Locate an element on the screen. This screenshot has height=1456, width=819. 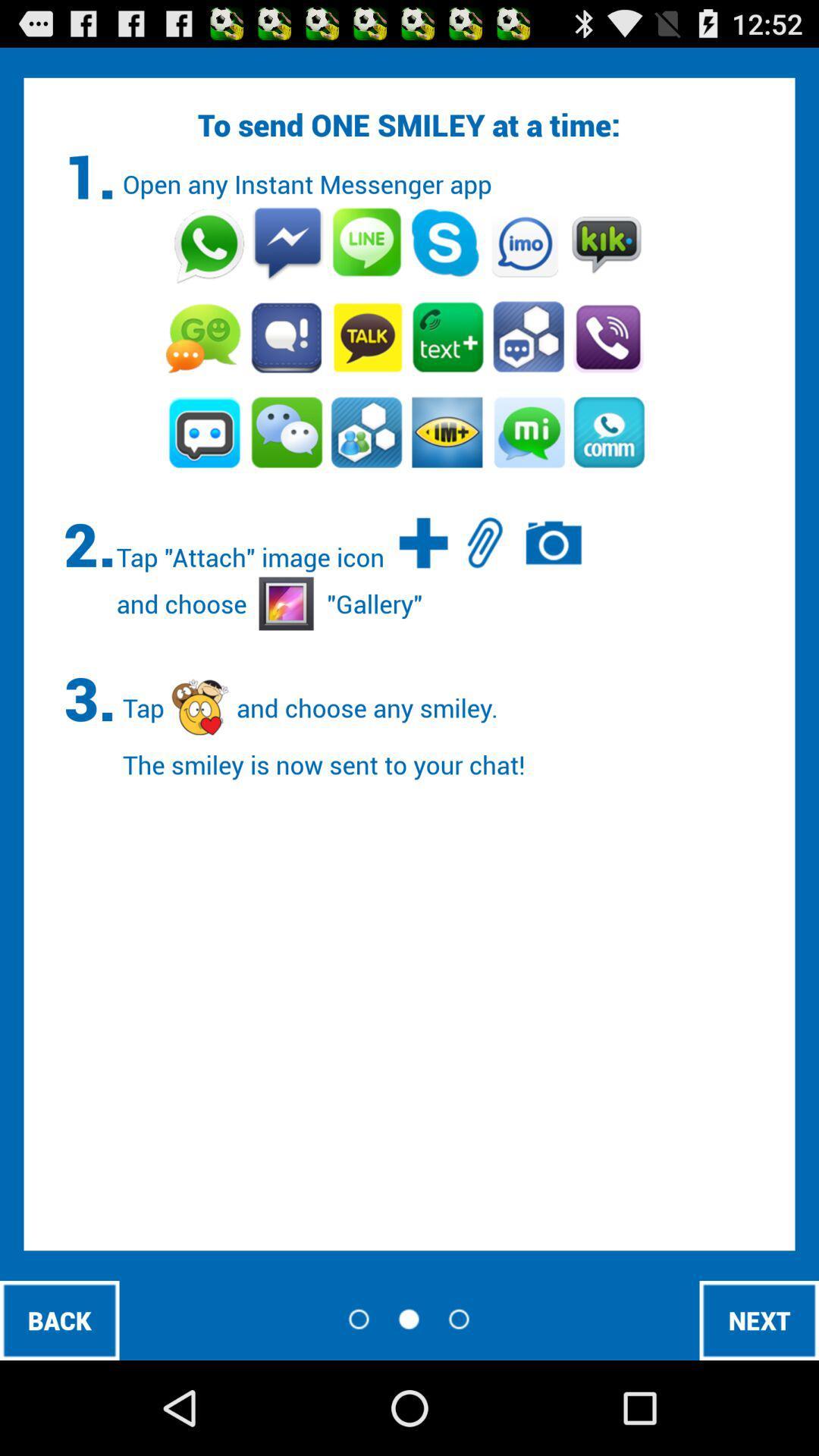
back button is located at coordinates (58, 1319).